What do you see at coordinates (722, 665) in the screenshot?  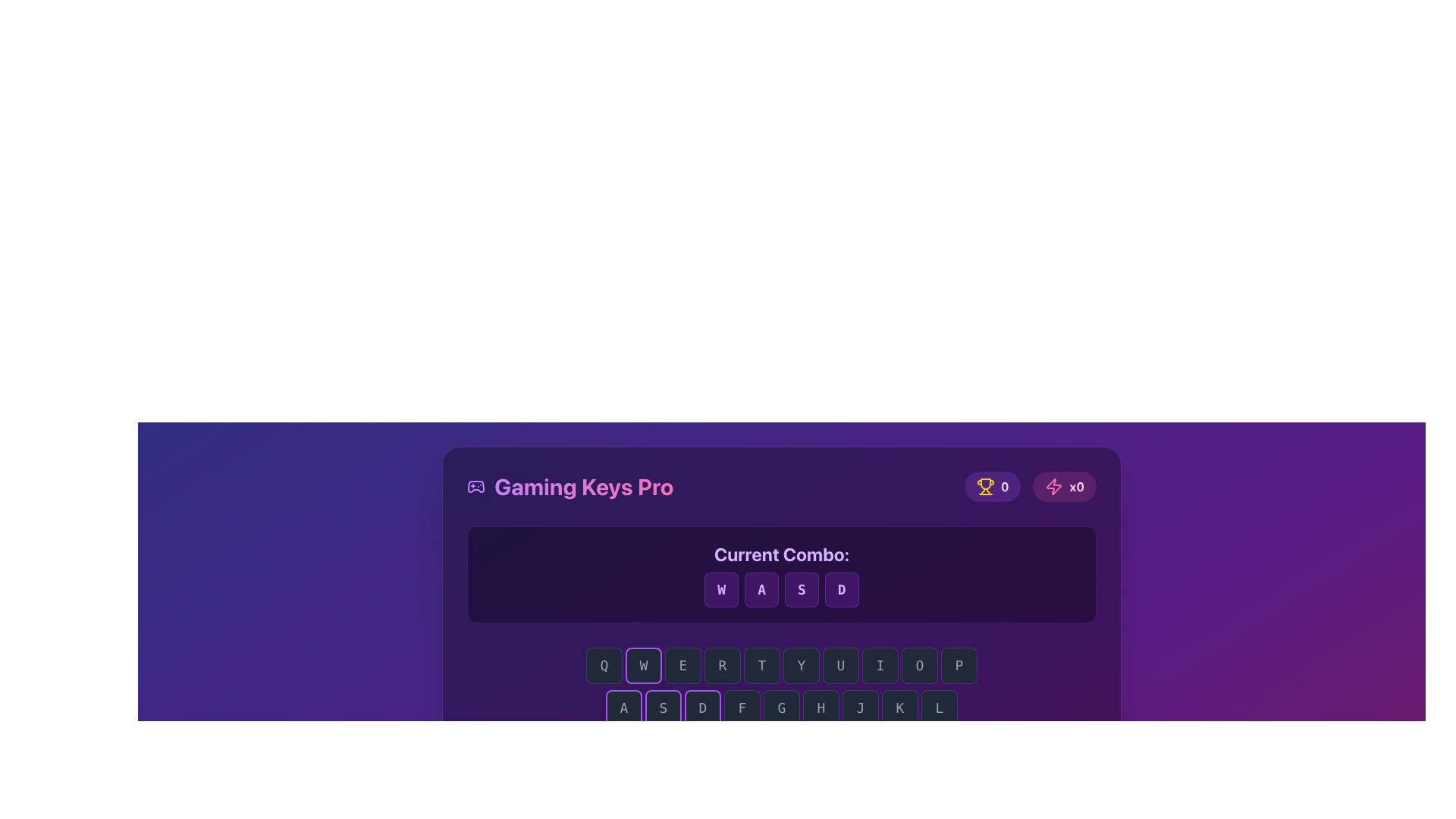 I see `the square button with a dark gray background and the light gray text 'R' to trigger the hover effect` at bounding box center [722, 665].